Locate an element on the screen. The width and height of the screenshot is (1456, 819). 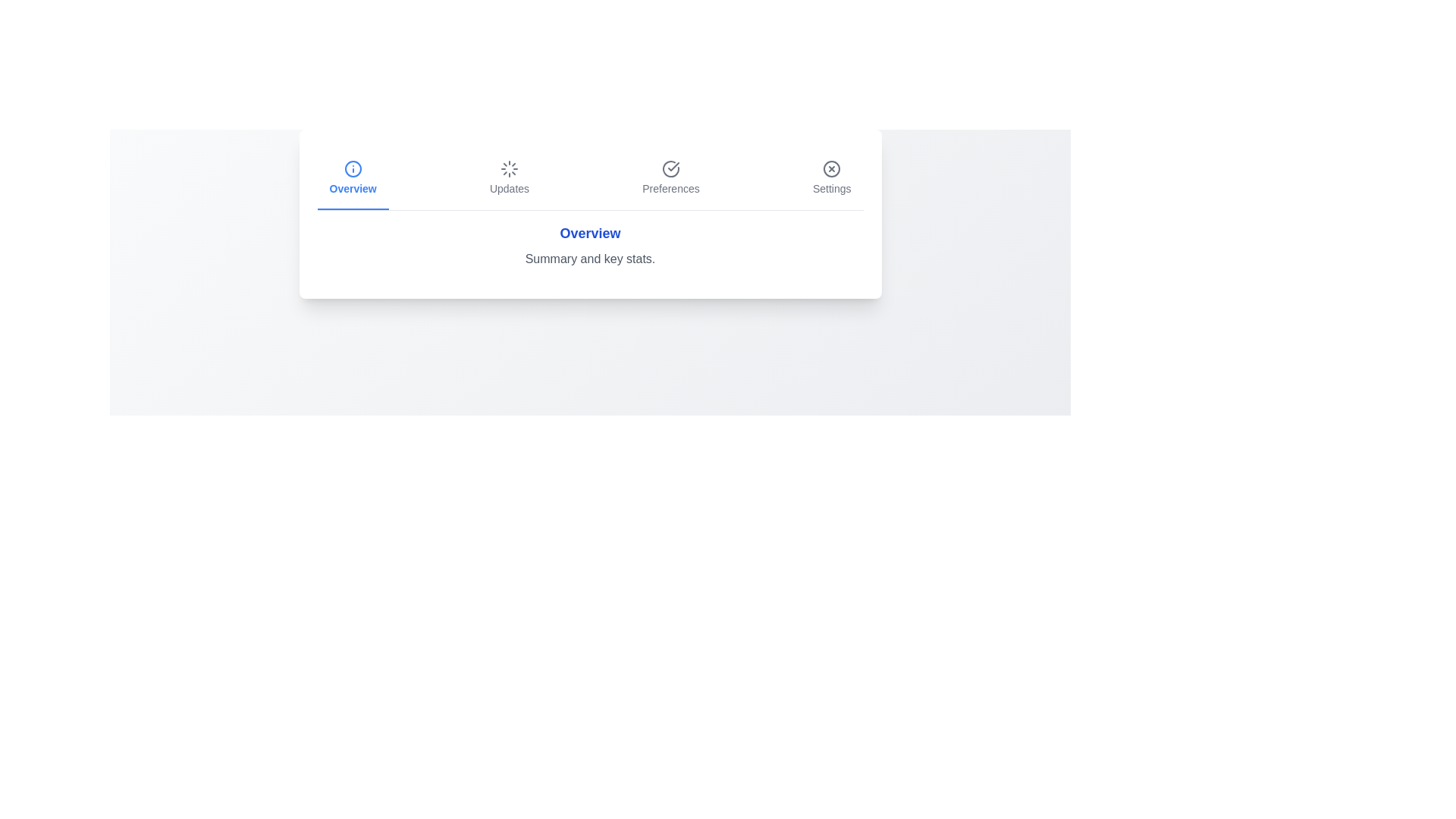
the tab labeled Preferences to activate it is located at coordinates (670, 177).